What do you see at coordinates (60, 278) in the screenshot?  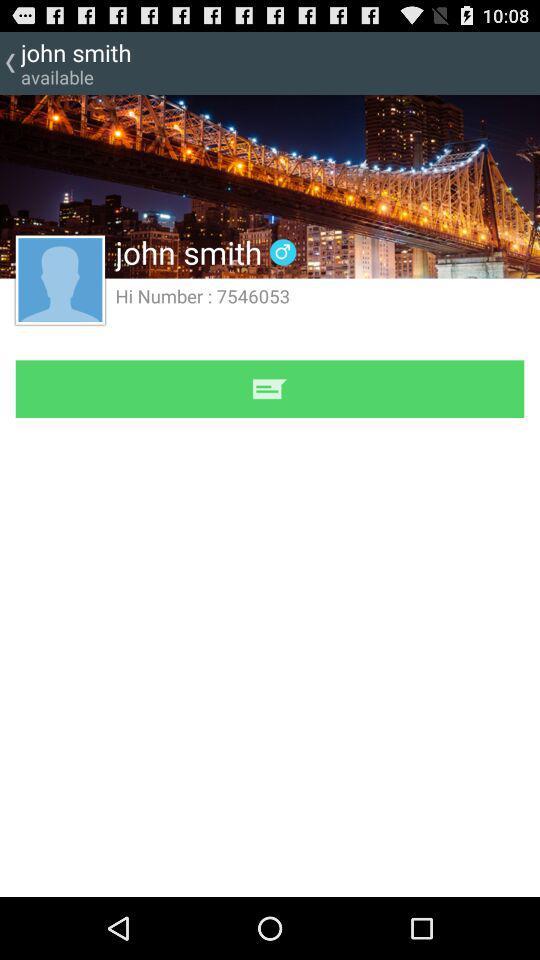 I see `item next to the hi number : 7546053 item` at bounding box center [60, 278].